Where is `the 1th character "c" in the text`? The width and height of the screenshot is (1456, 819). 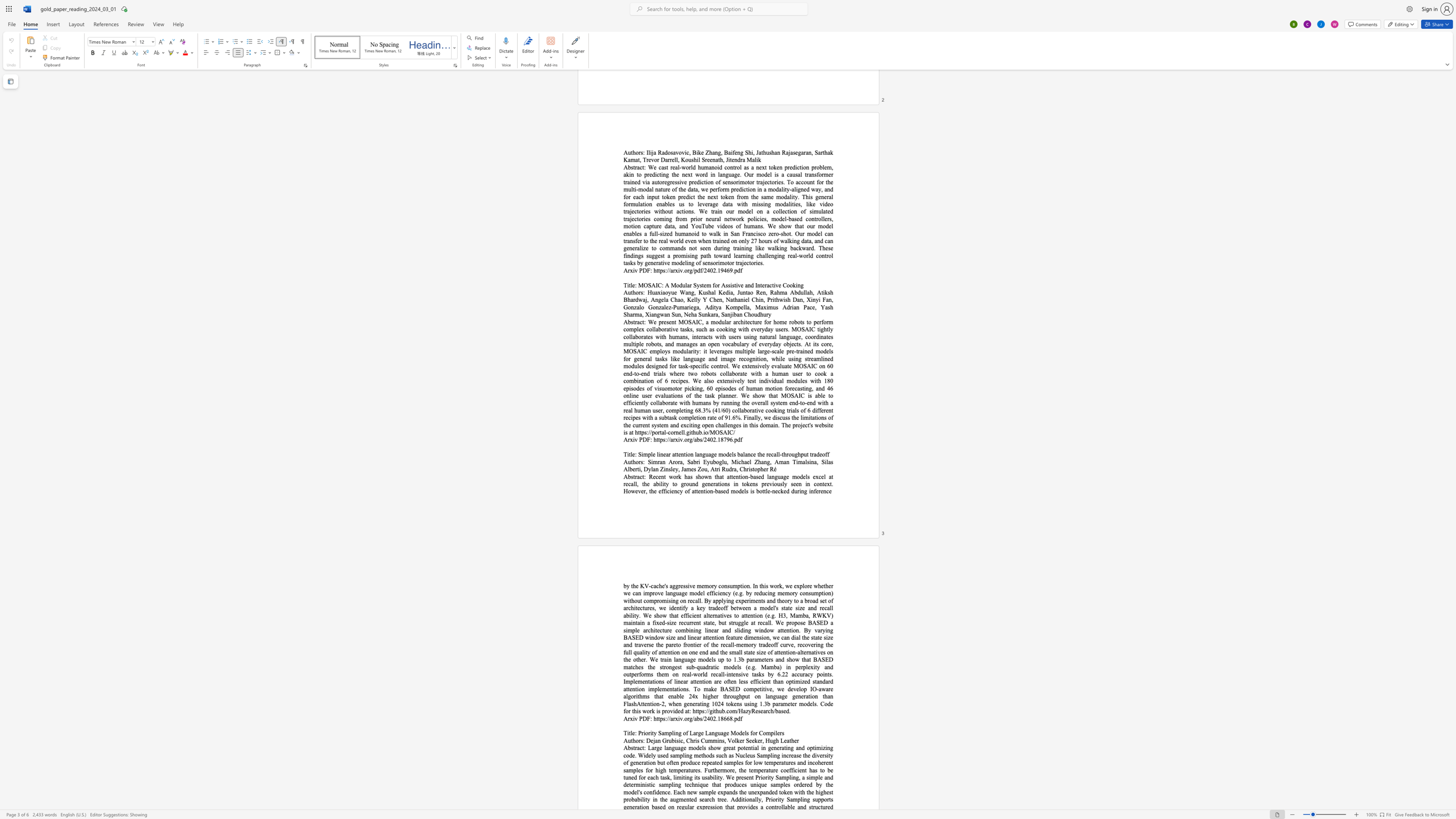
the 1th character "c" in the text is located at coordinates (640, 476).